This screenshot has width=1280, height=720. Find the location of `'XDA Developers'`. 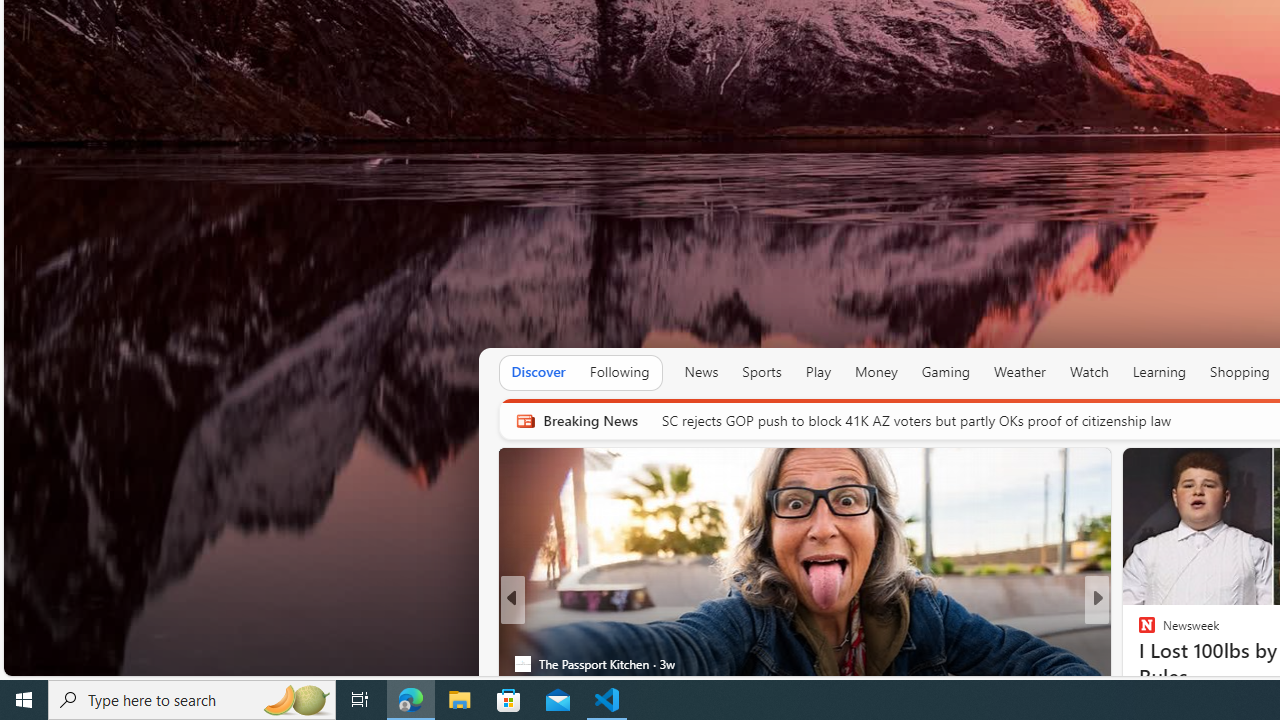

'XDA Developers' is located at coordinates (1138, 632).